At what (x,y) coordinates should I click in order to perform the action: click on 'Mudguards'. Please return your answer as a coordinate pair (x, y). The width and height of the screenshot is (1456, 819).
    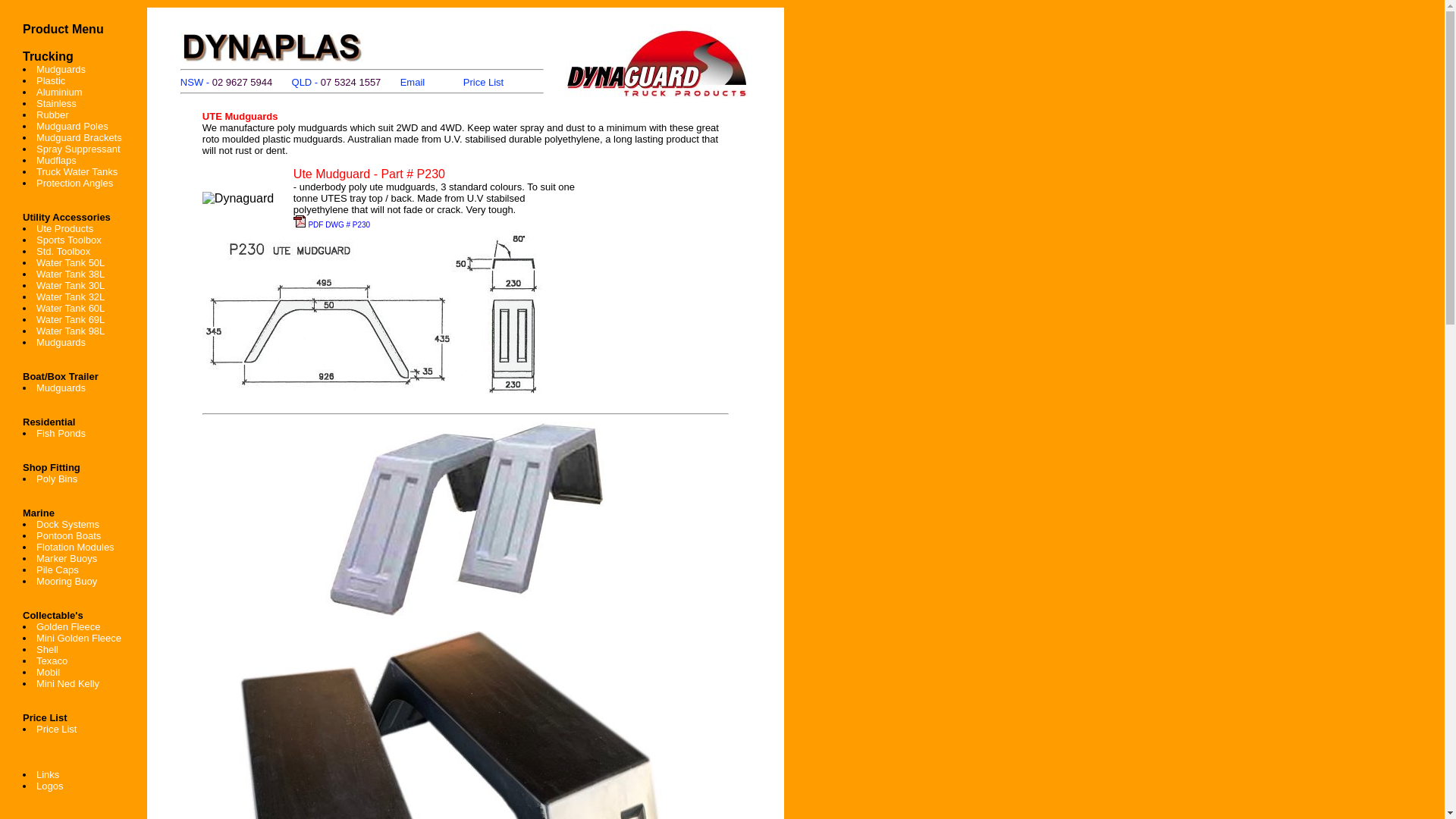
    Looking at the image, I should click on (36, 387).